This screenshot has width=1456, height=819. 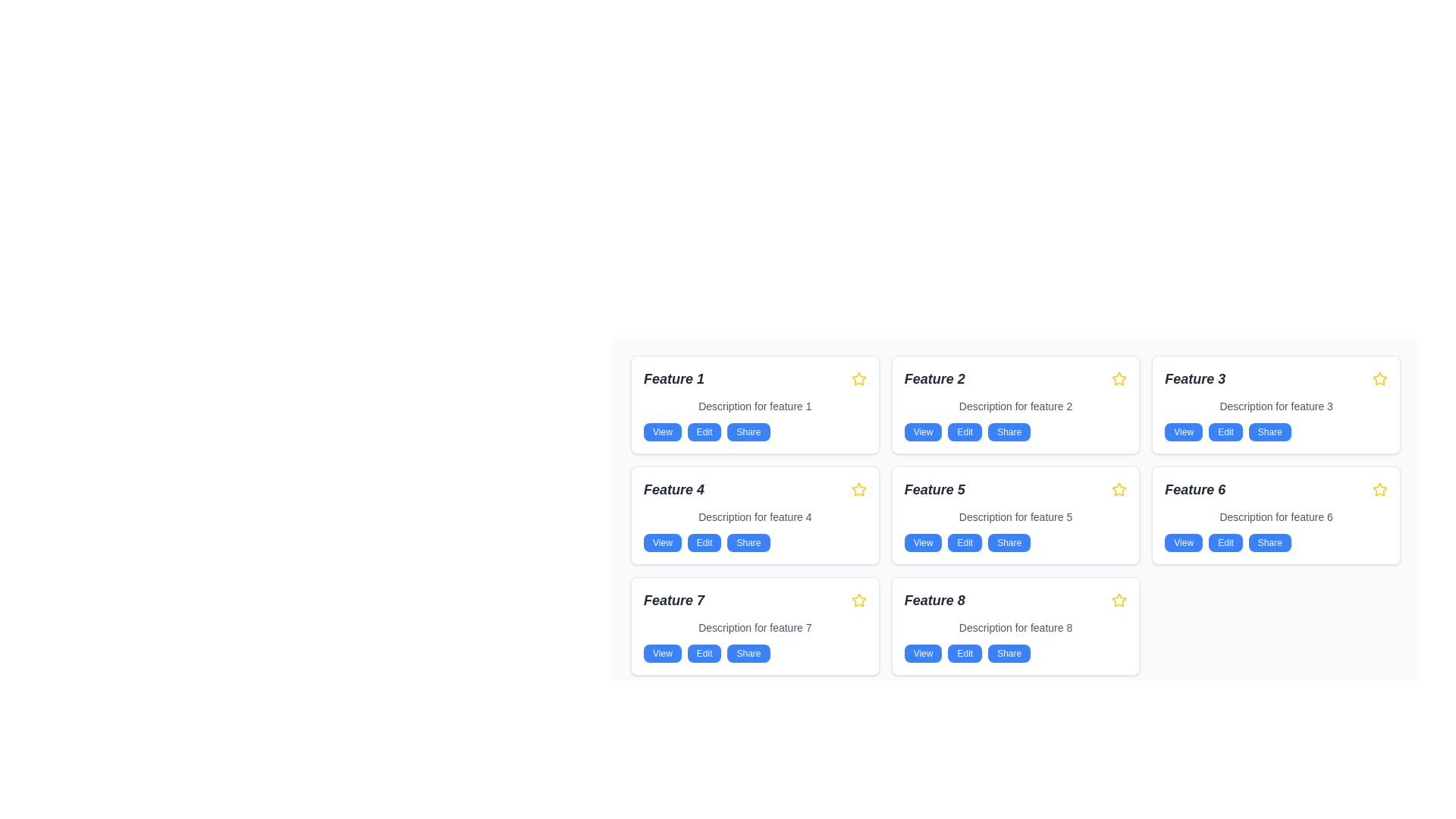 I want to click on the blue rectangular button with rounded corners and white text reading 'View' to initiate a view action for 'Feature 6', so click(x=1183, y=542).